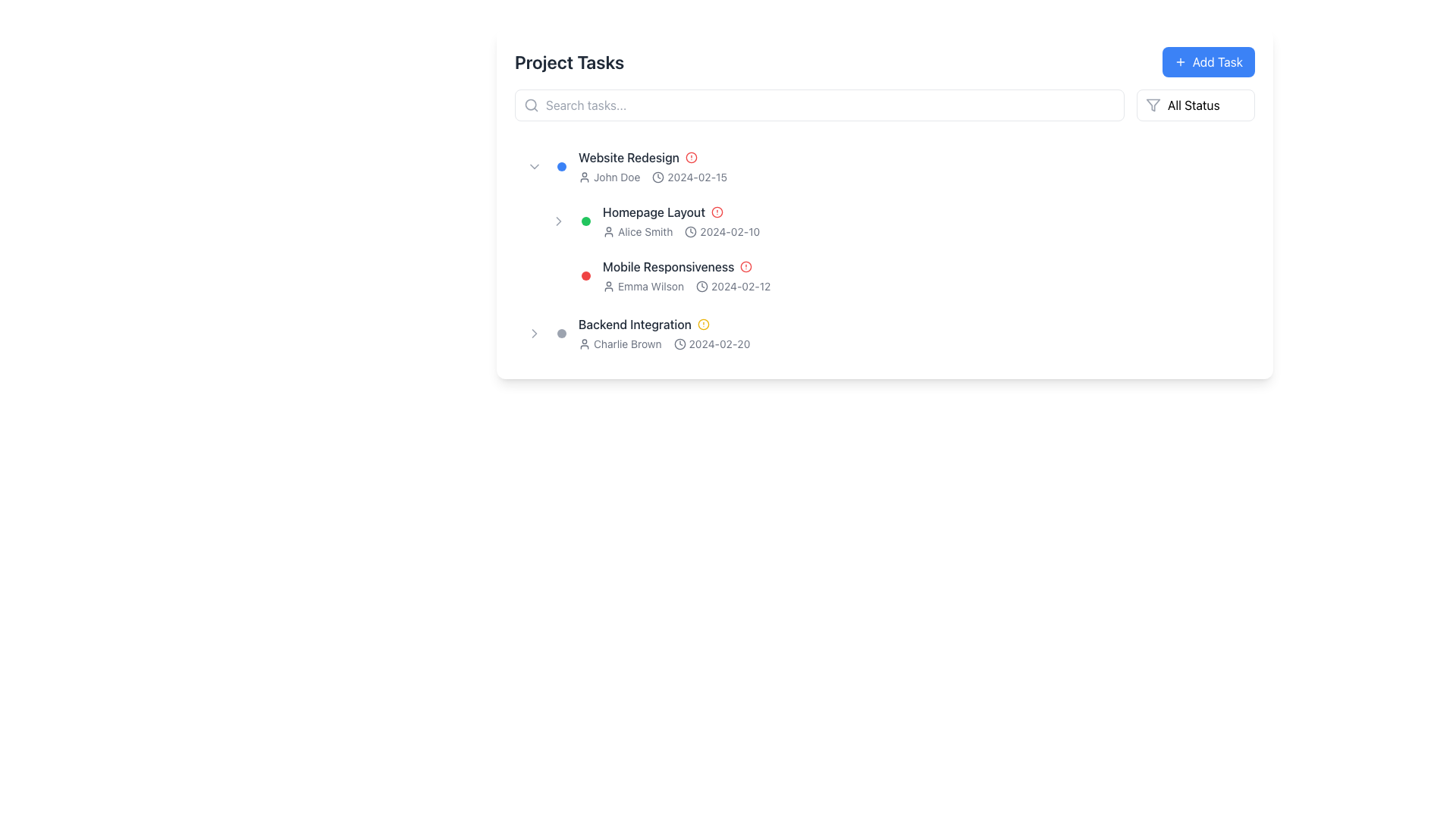 The image size is (1456, 819). Describe the element at coordinates (535, 332) in the screenshot. I see `the button located to the immediate left of the 'Backend Integration' text` at that location.